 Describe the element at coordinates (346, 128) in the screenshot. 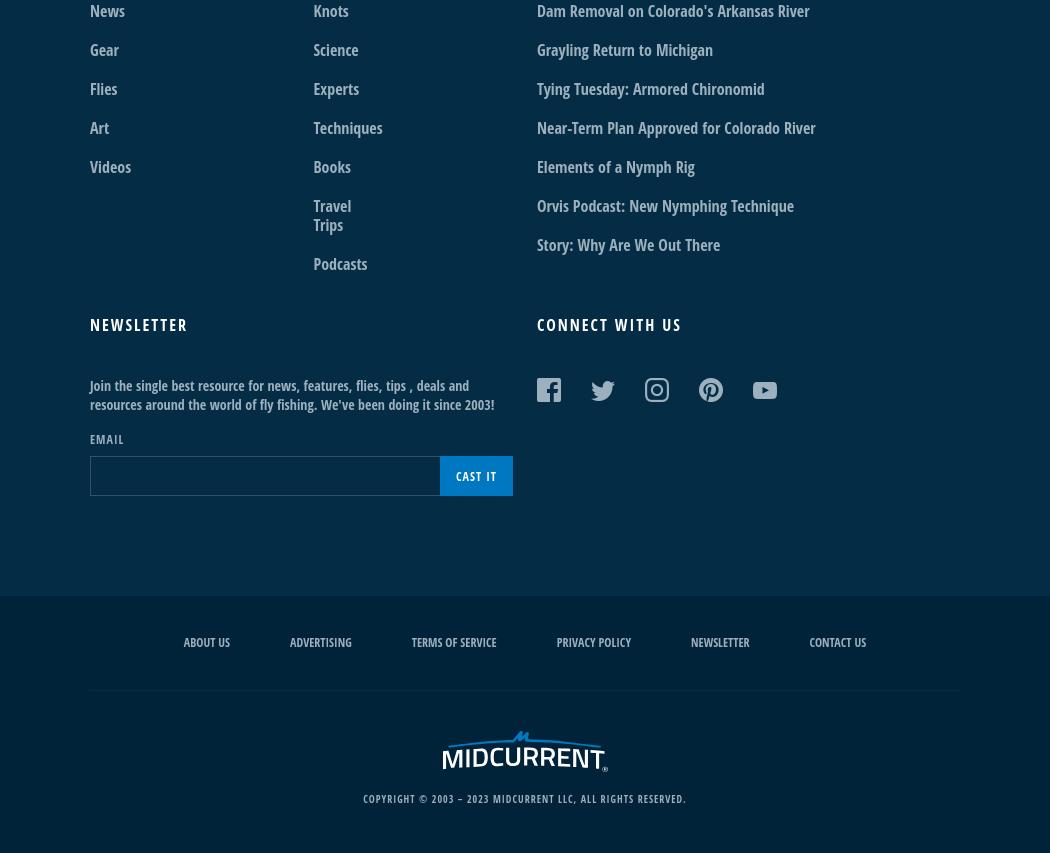

I see `'Techniques'` at that location.